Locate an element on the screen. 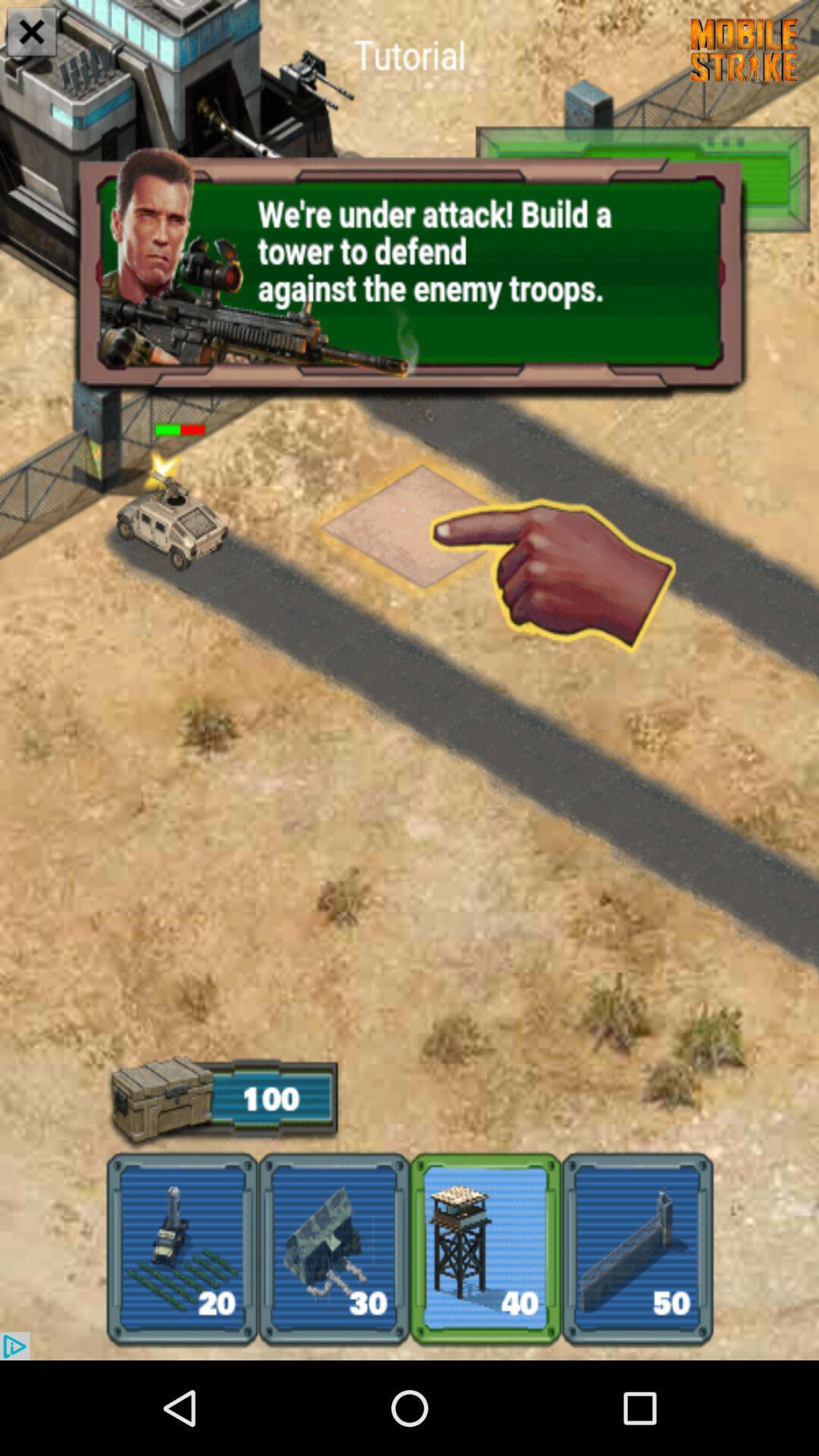 Image resolution: width=819 pixels, height=1456 pixels. the close icon is located at coordinates (32, 33).